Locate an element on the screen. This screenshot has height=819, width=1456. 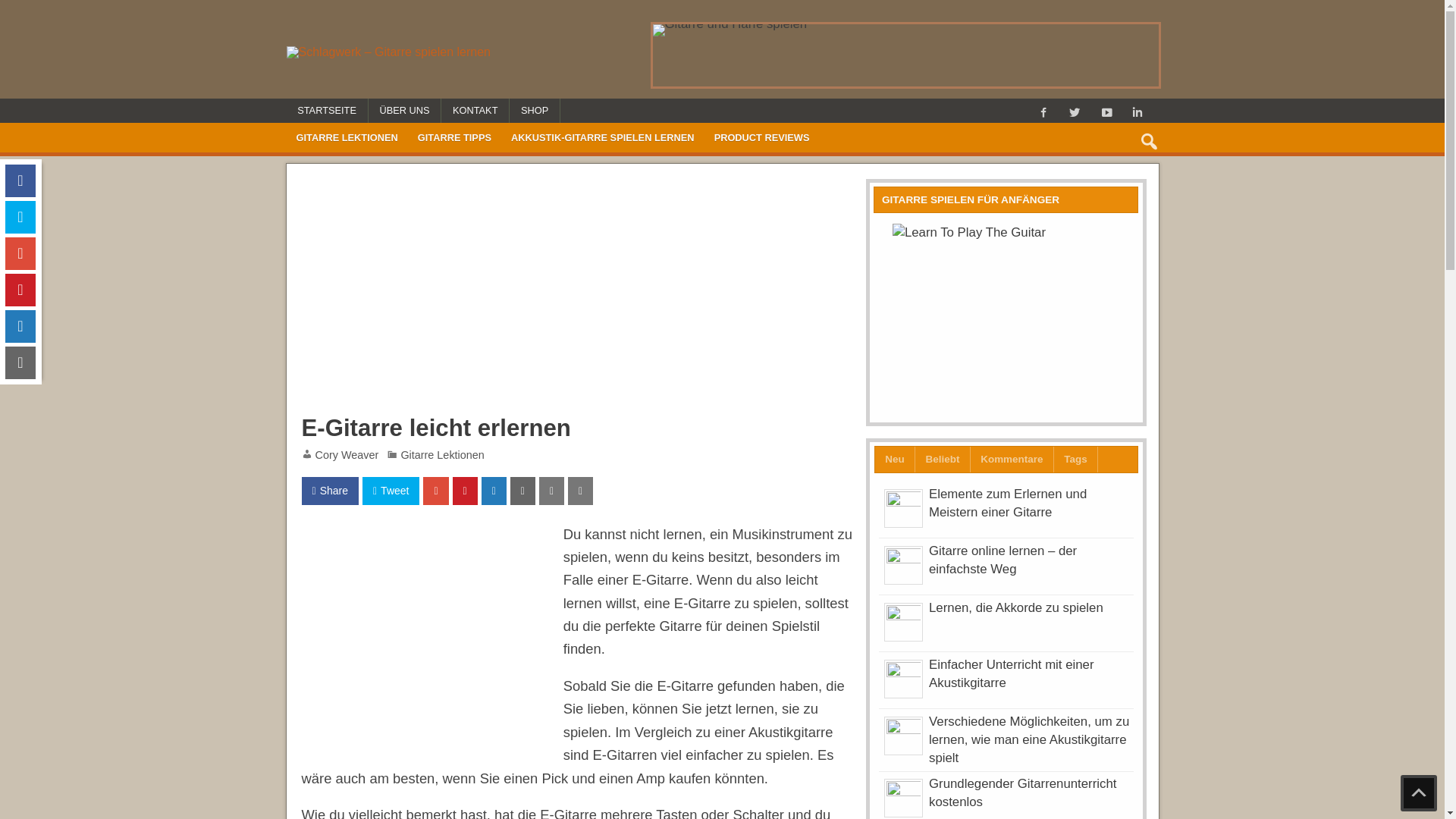
'Neu' is located at coordinates (895, 458).